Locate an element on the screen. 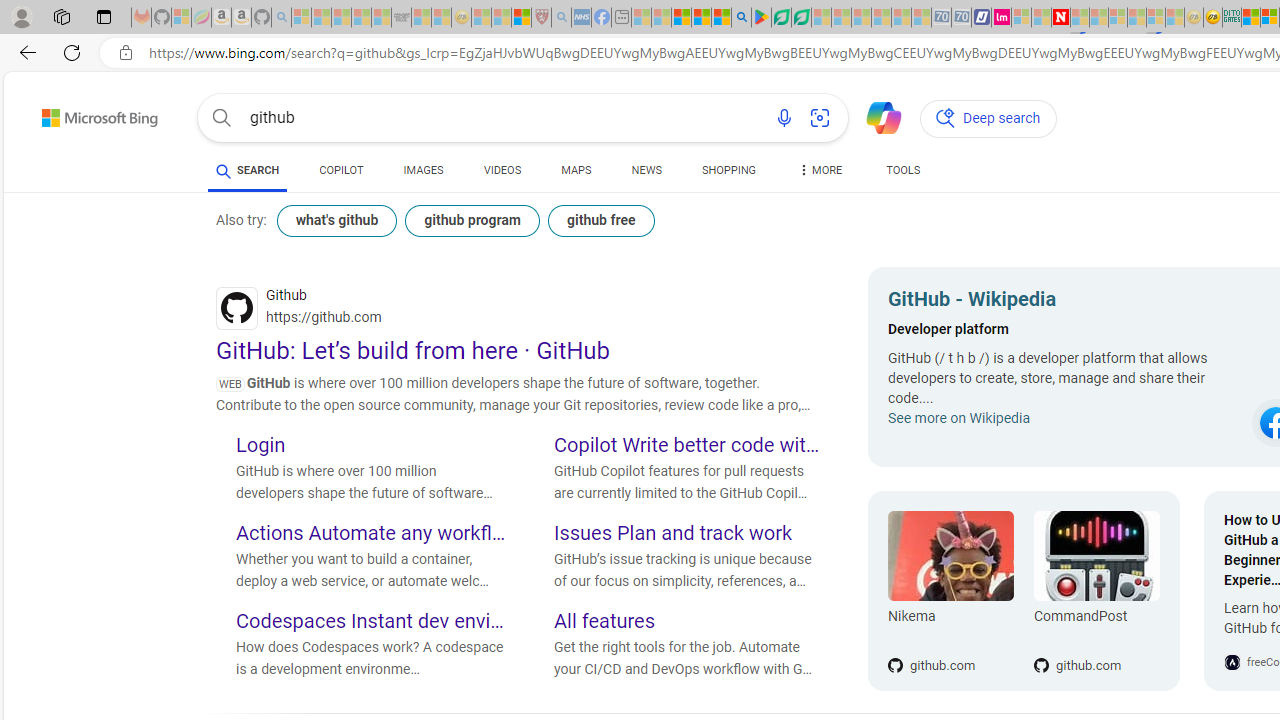 The height and width of the screenshot is (720, 1280). 'COPILOT' is located at coordinates (341, 170).